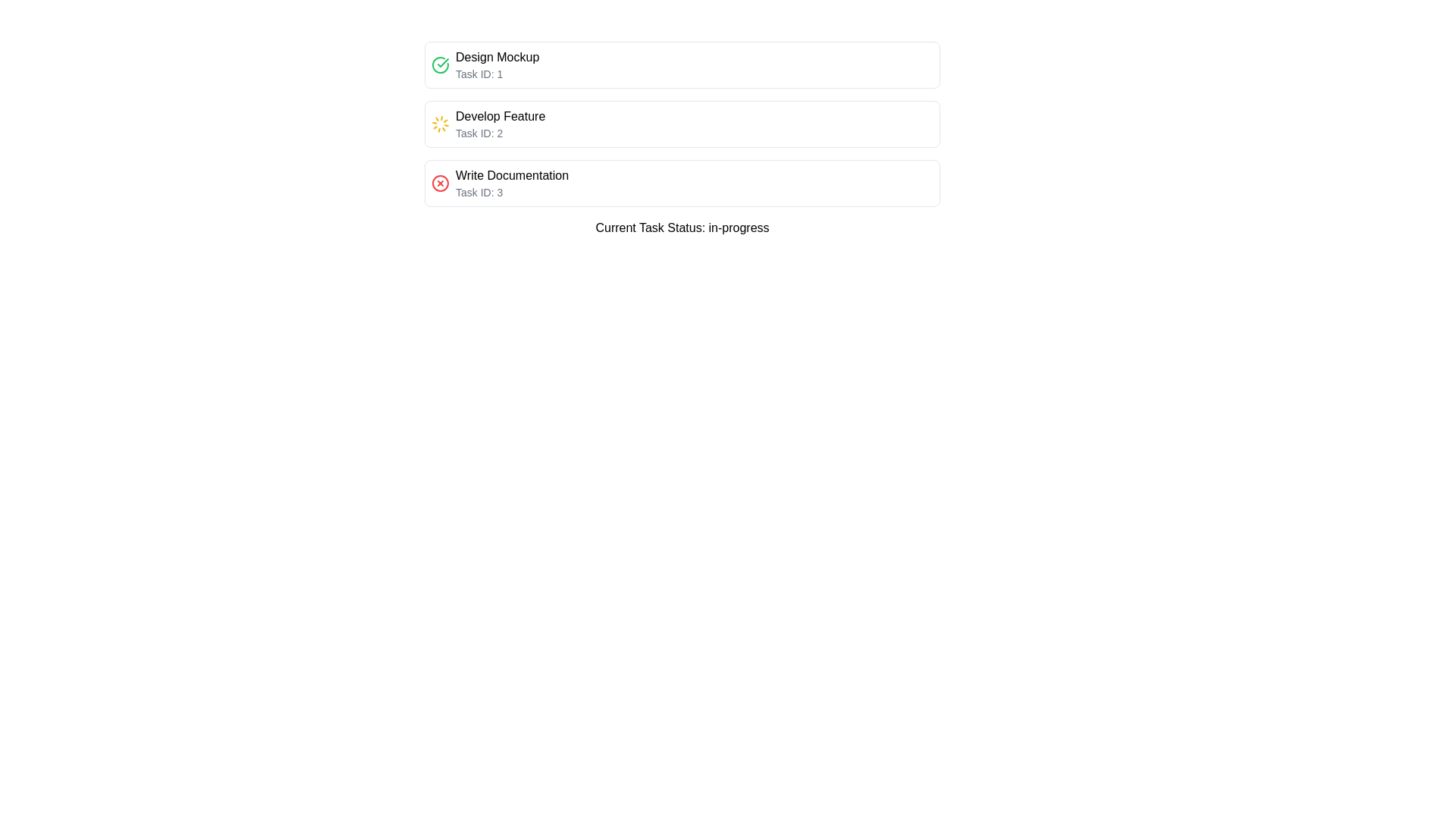 The width and height of the screenshot is (1456, 819). I want to click on the Text item displaying 'Design Mockup' and 'Task ID: 1', which is located in the first row of the task list, positioned to the right of a green checkmark icon, so click(497, 64).